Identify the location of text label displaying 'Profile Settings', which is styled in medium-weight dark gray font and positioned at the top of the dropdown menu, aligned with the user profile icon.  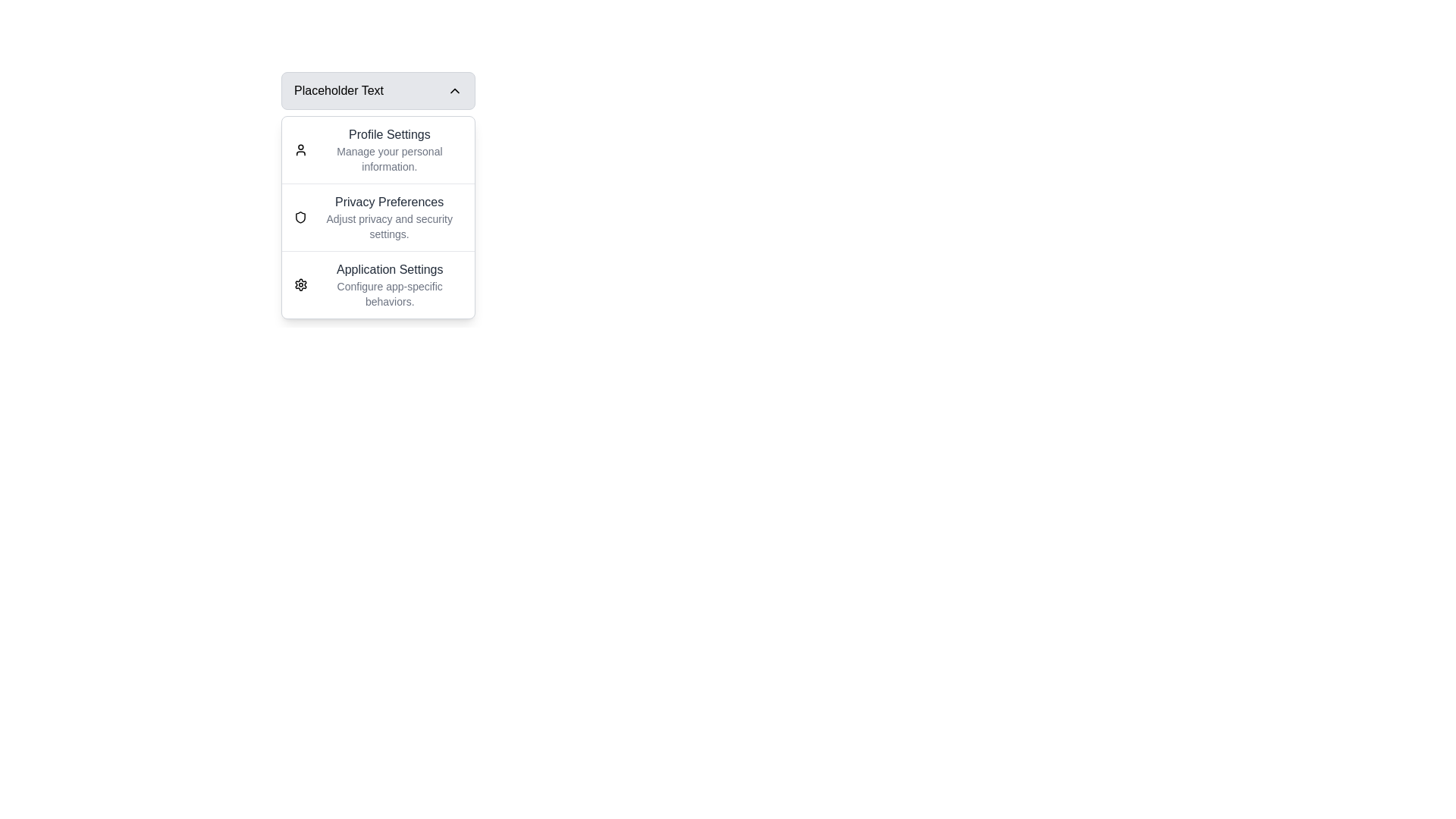
(389, 133).